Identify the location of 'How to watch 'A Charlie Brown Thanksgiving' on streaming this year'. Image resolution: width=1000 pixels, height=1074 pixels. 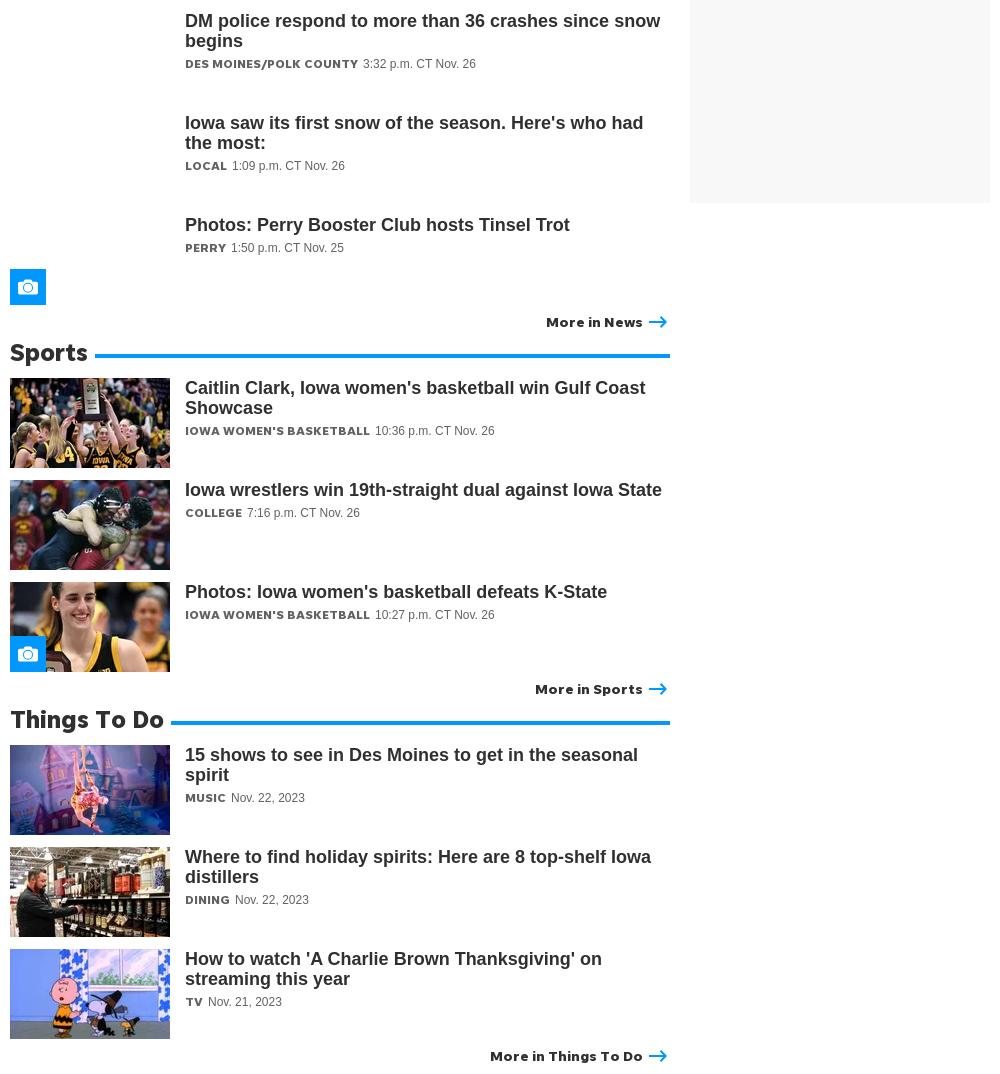
(393, 967).